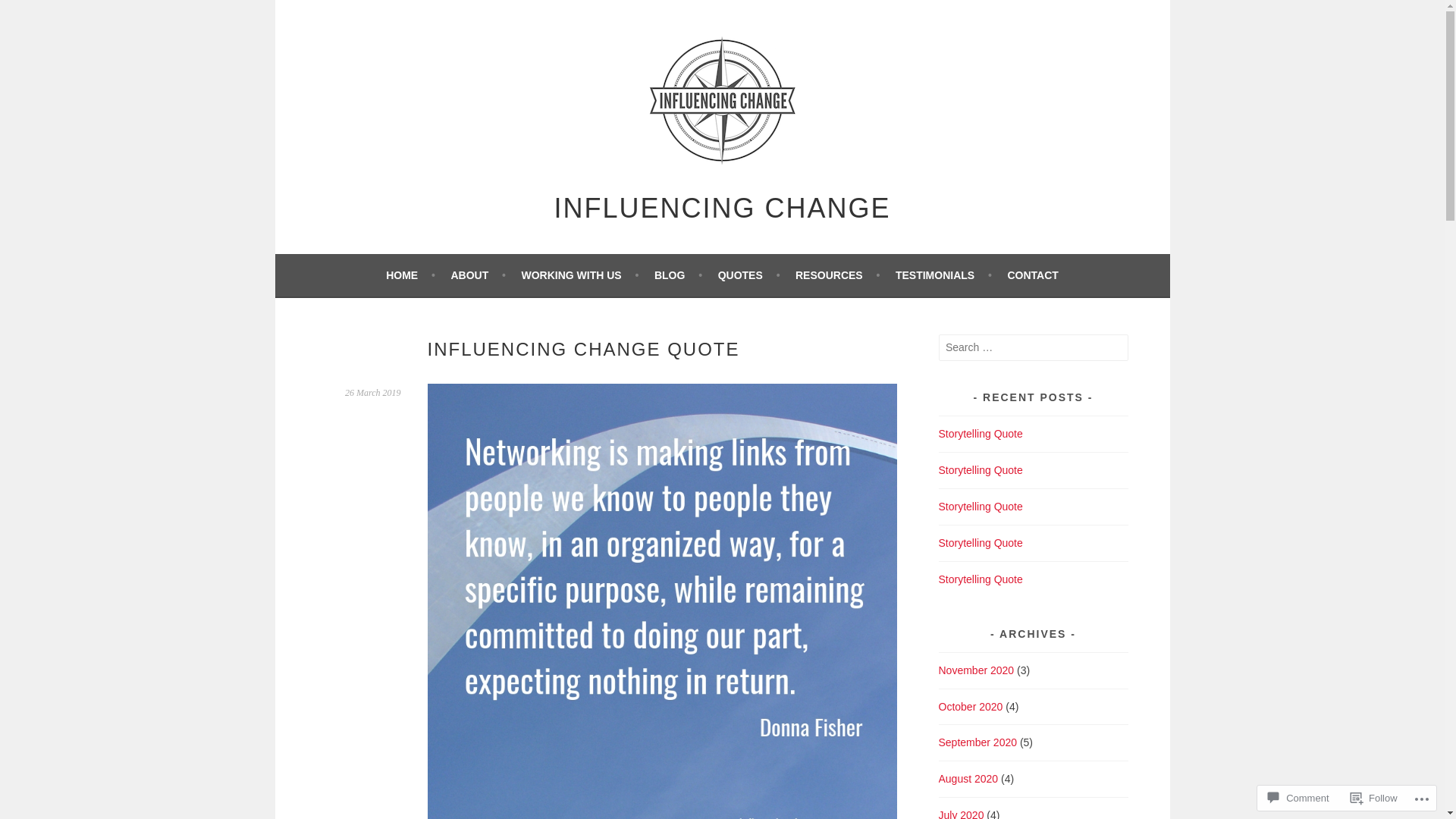 This screenshot has height=819, width=1456. What do you see at coordinates (410, 275) in the screenshot?
I see `'HOME'` at bounding box center [410, 275].